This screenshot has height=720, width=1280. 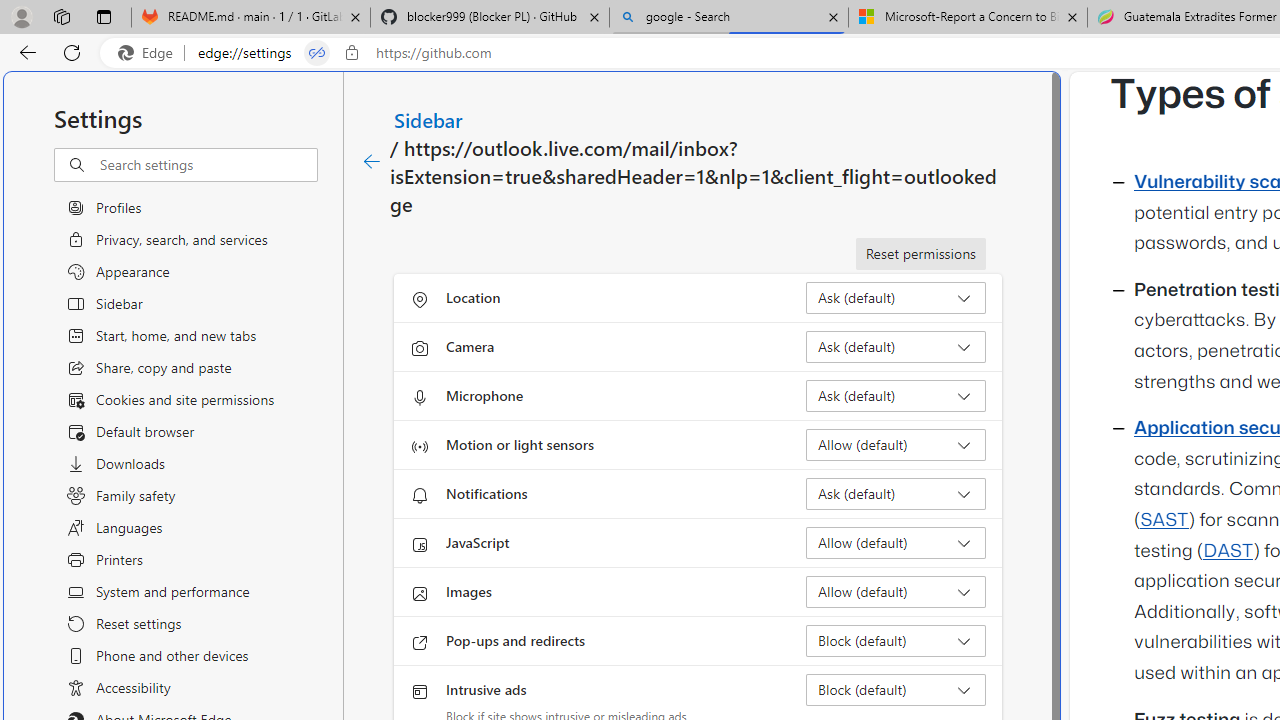 I want to click on 'DAST', so click(x=1227, y=551).